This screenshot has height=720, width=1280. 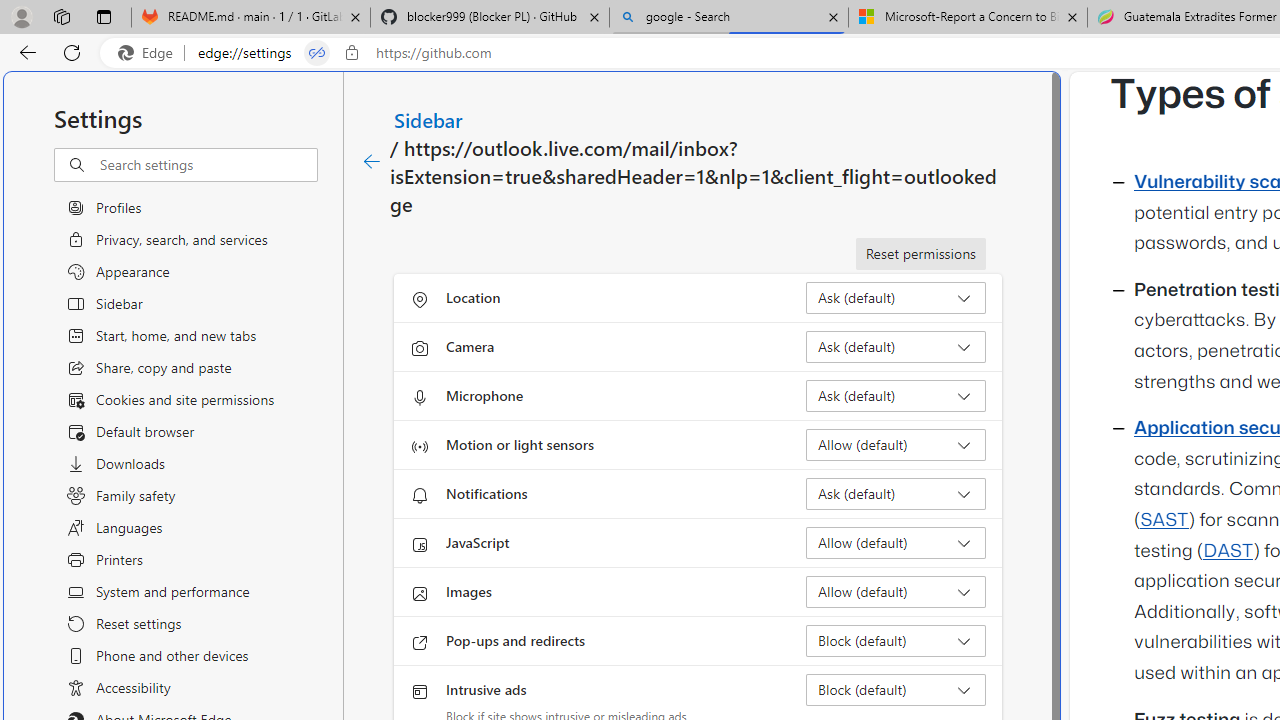 I want to click on 'DAST', so click(x=1227, y=551).